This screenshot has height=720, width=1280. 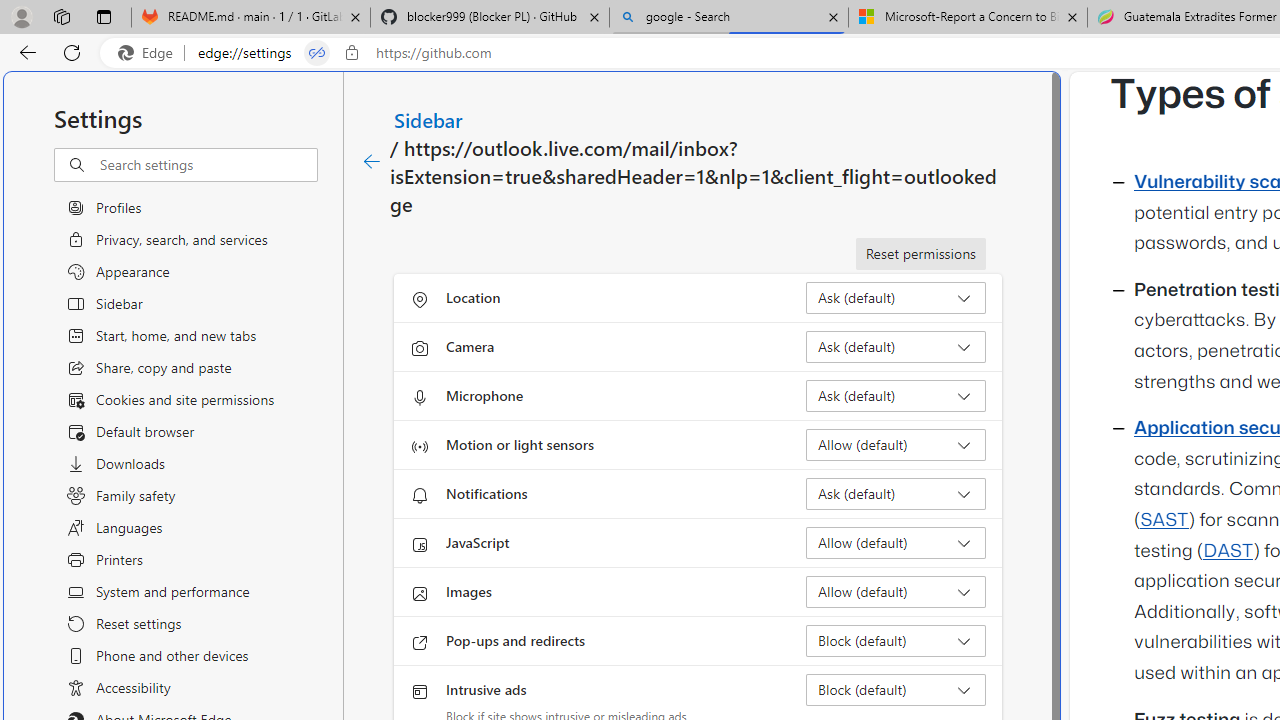 I want to click on 'DAST', so click(x=1227, y=551).